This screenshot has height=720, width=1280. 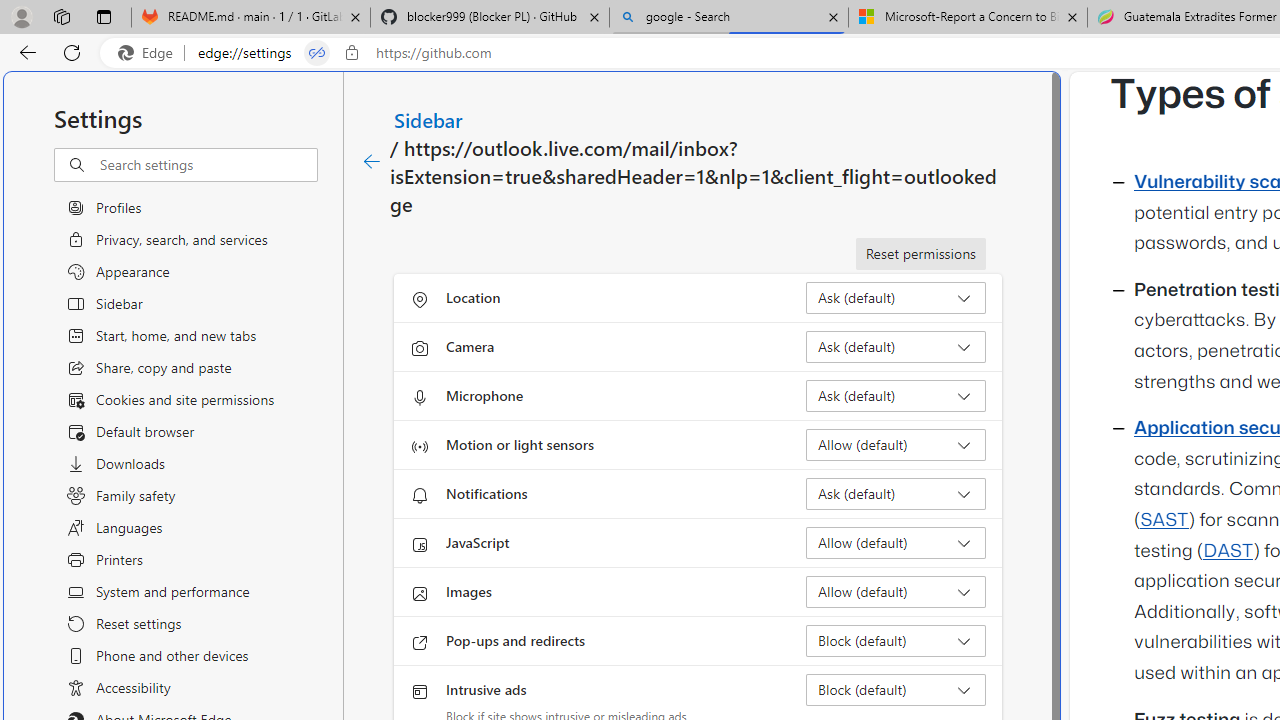 I want to click on 'DAST', so click(x=1227, y=551).